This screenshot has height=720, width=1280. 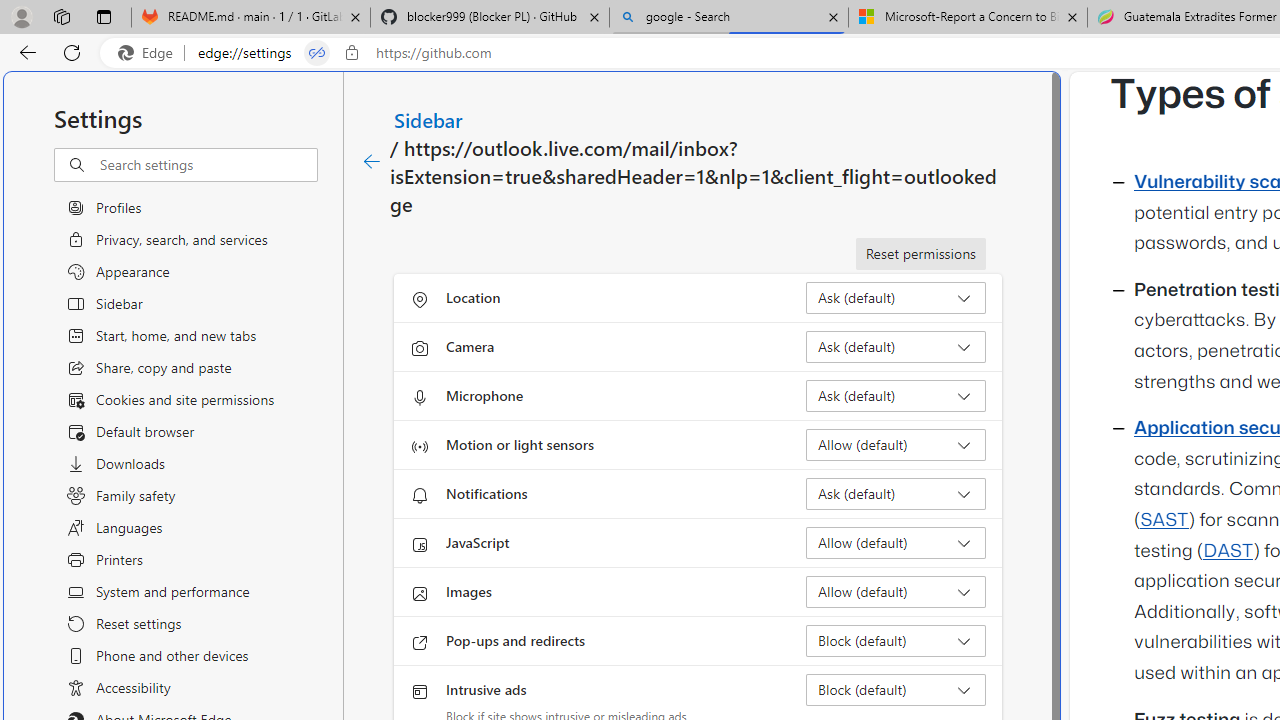 I want to click on 'DAST', so click(x=1227, y=551).